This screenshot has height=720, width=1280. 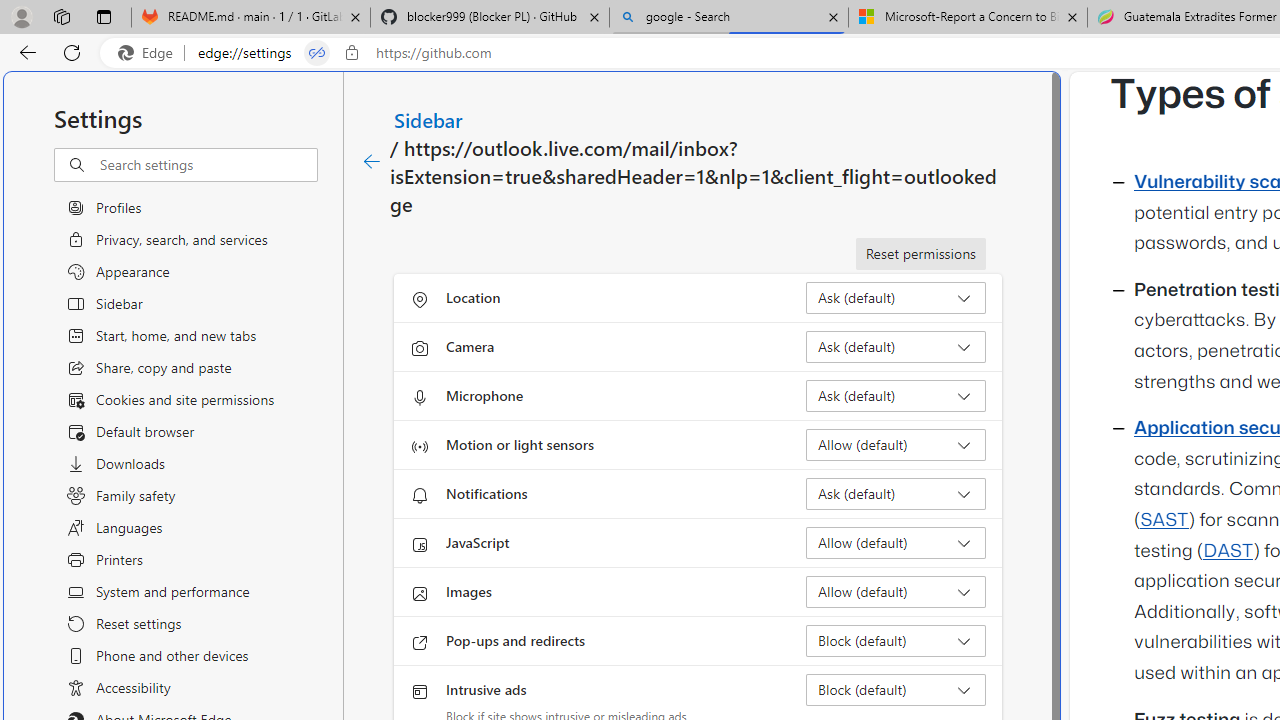 I want to click on 'DAST', so click(x=1227, y=551).